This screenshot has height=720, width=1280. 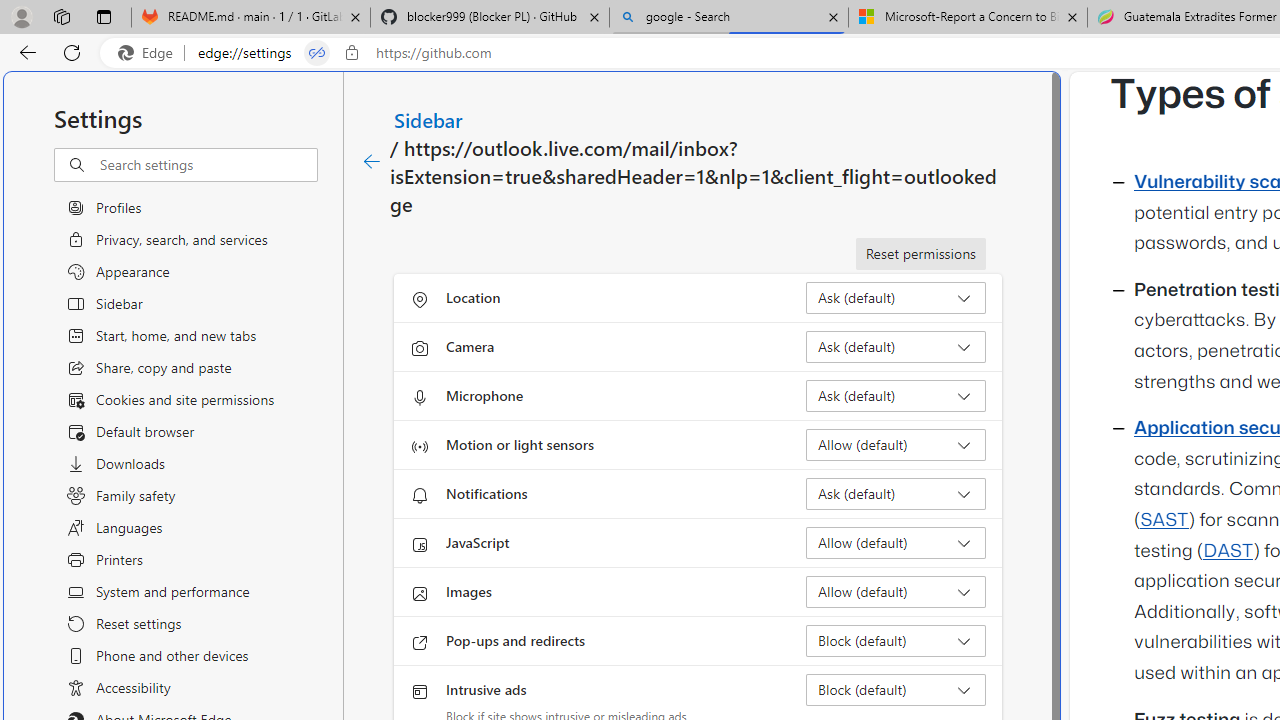 I want to click on 'DAST', so click(x=1227, y=551).